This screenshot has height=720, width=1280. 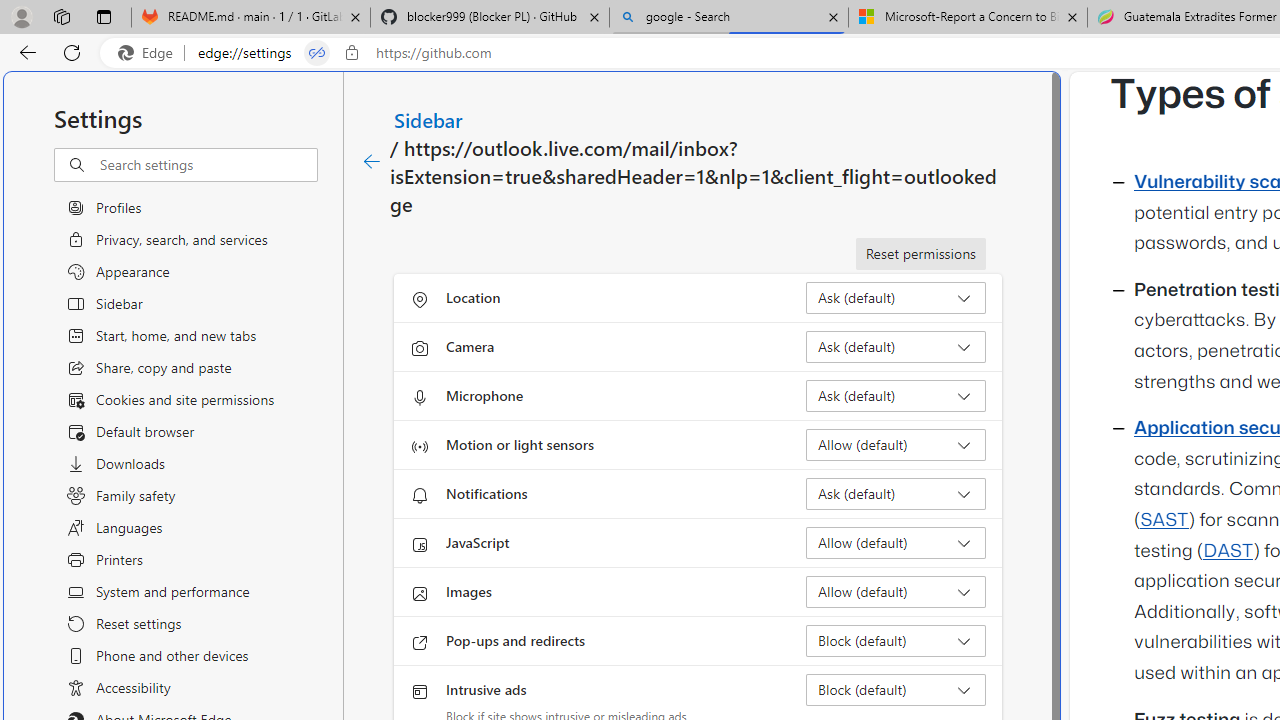 I want to click on 'DAST', so click(x=1227, y=551).